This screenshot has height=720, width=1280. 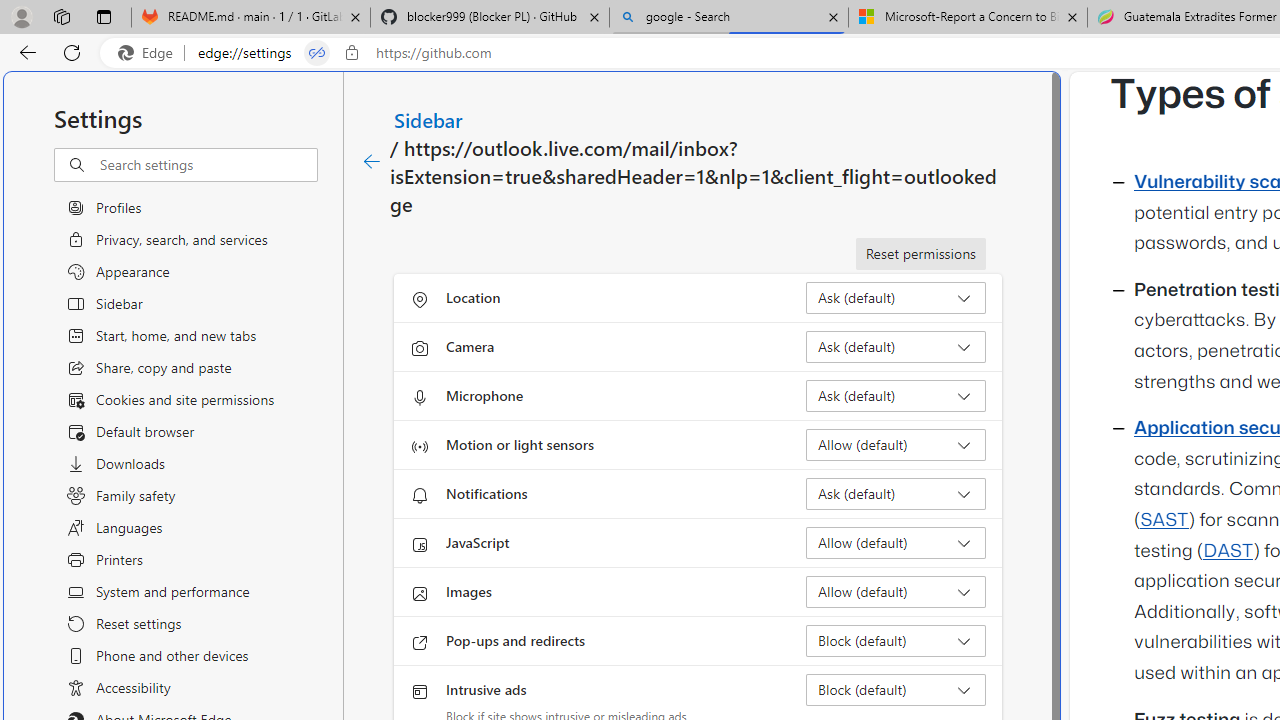 I want to click on 'DAST', so click(x=1227, y=551).